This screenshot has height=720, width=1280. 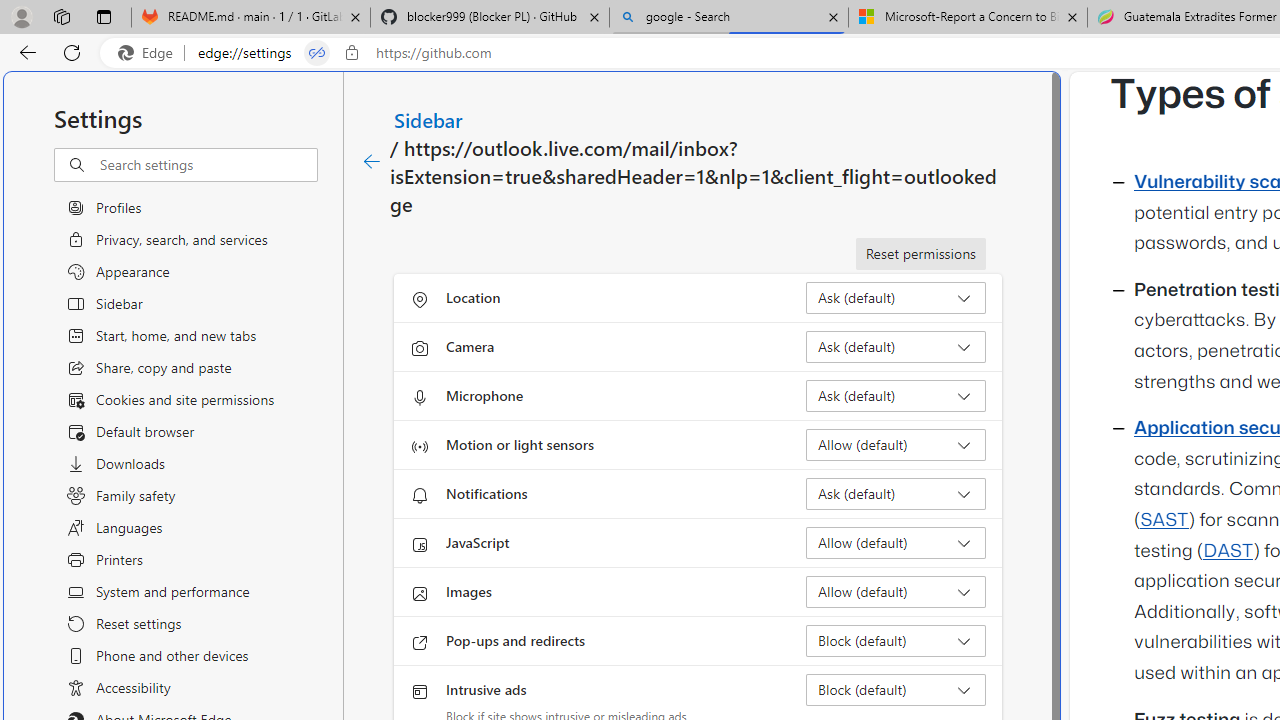 I want to click on 'DAST', so click(x=1227, y=551).